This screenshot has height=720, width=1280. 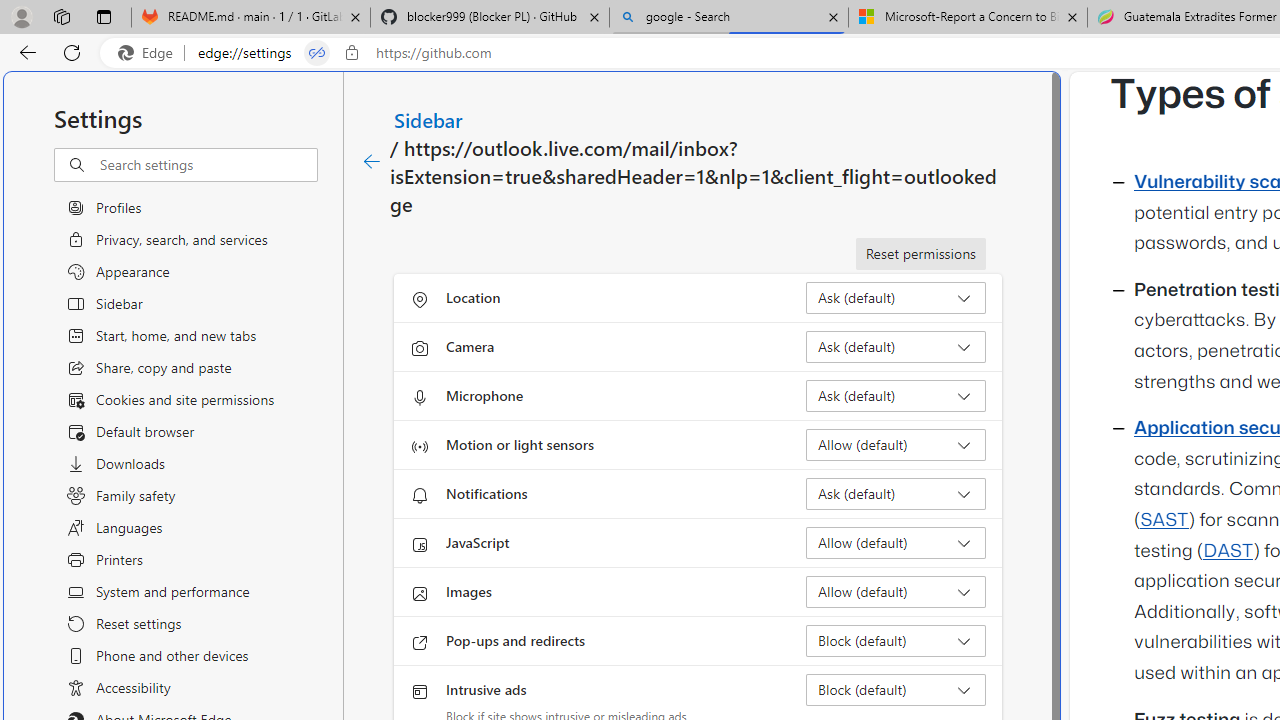 I want to click on 'DAST', so click(x=1227, y=551).